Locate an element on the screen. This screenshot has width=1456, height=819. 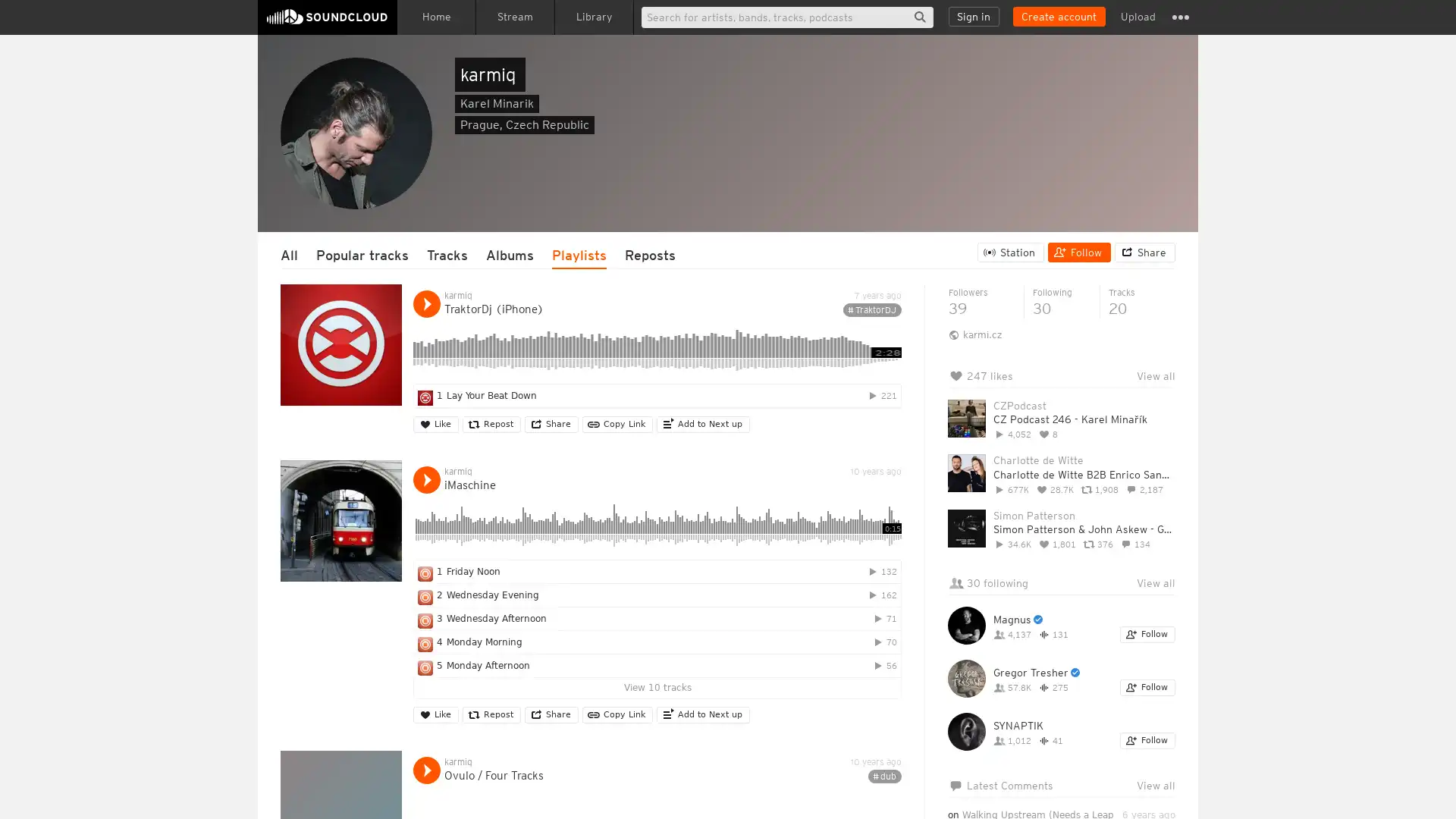
Follow is located at coordinates (1147, 635).